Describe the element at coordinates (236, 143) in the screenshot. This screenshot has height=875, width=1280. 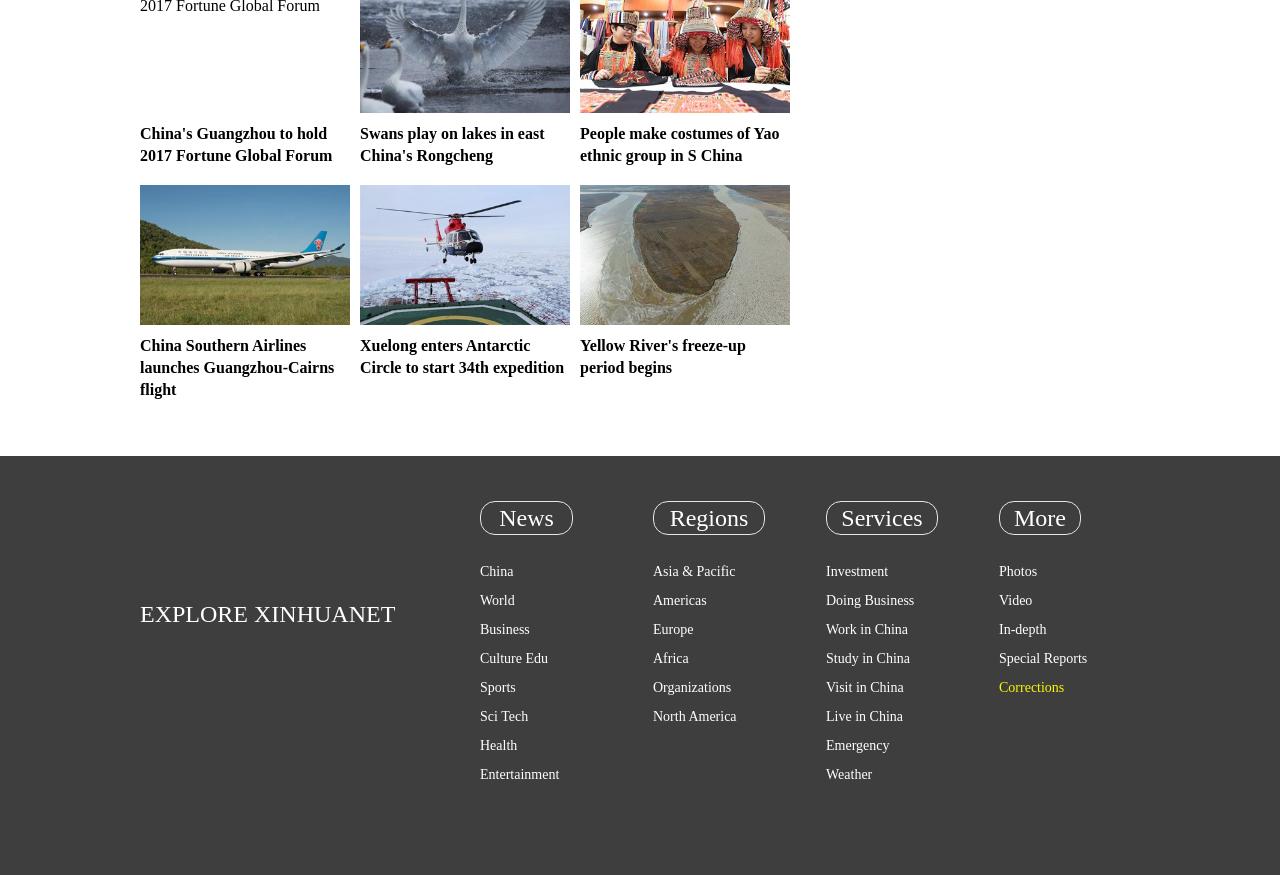
I see `'China's Guangzhou to hold 2017 Fortune Global Forum'` at that location.